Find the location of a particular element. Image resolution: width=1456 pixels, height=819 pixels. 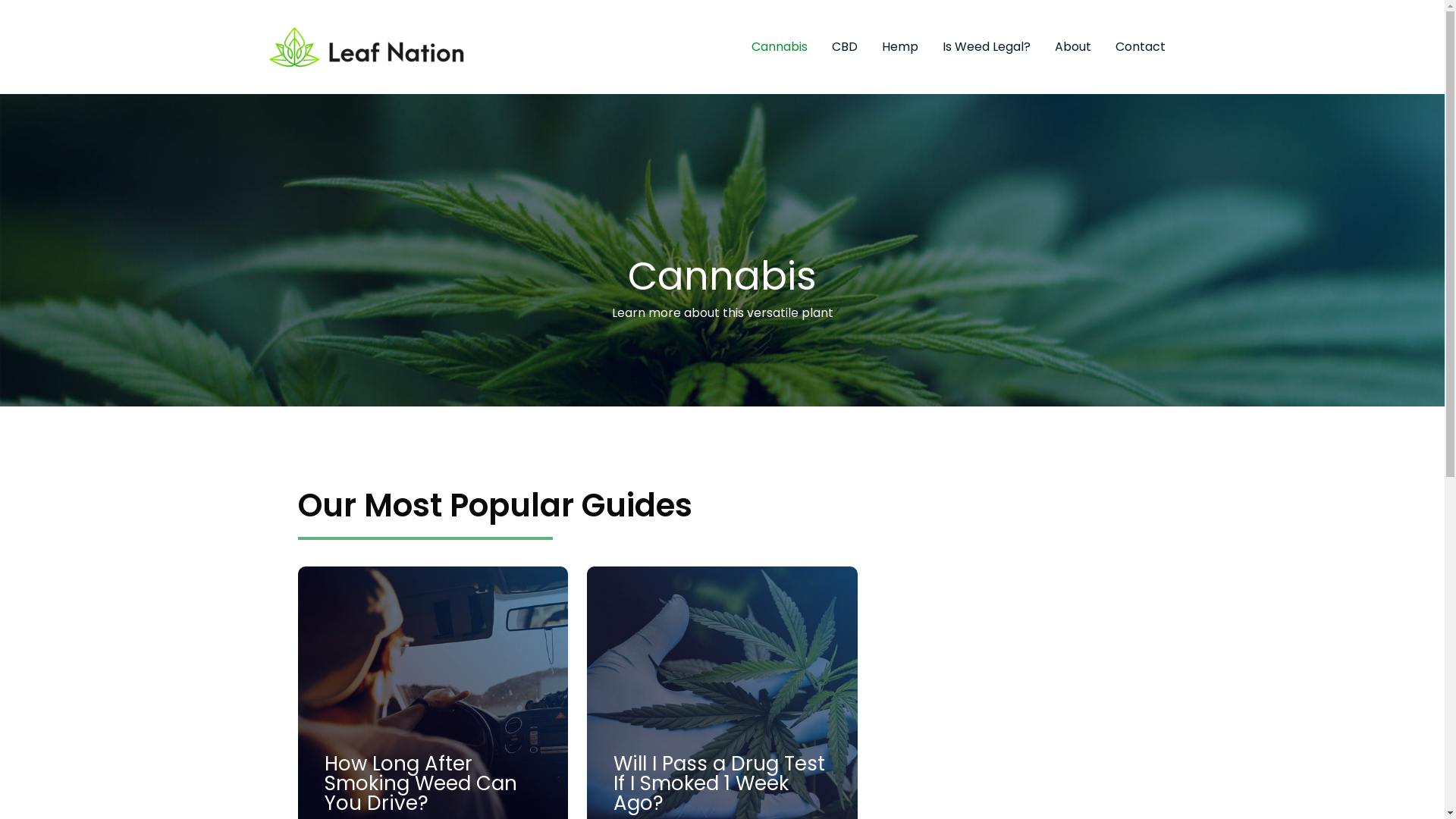

'CBD' is located at coordinates (843, 45).